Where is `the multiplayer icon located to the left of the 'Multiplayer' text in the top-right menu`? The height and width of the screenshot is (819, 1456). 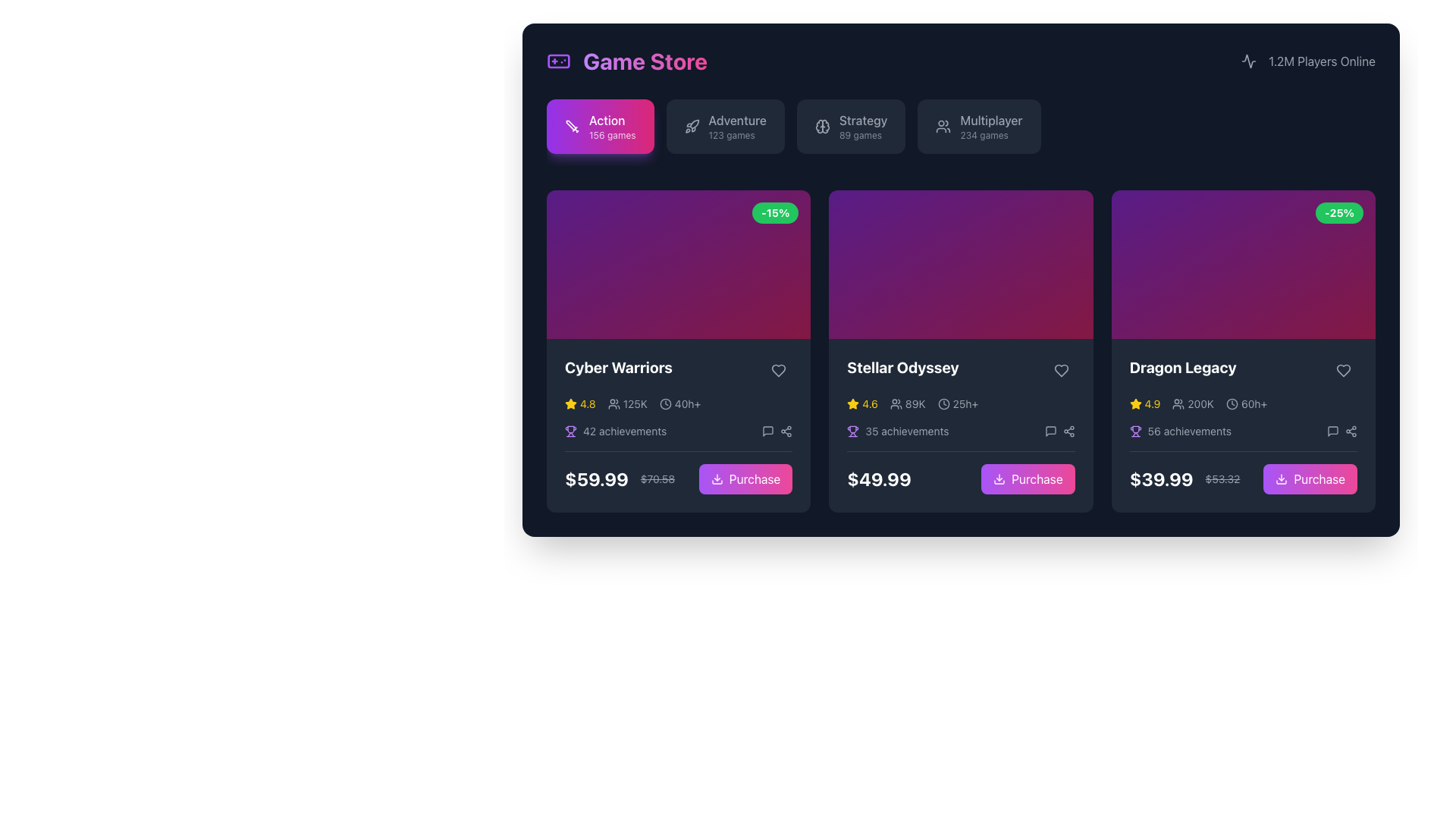 the multiplayer icon located to the left of the 'Multiplayer' text in the top-right menu is located at coordinates (943, 125).